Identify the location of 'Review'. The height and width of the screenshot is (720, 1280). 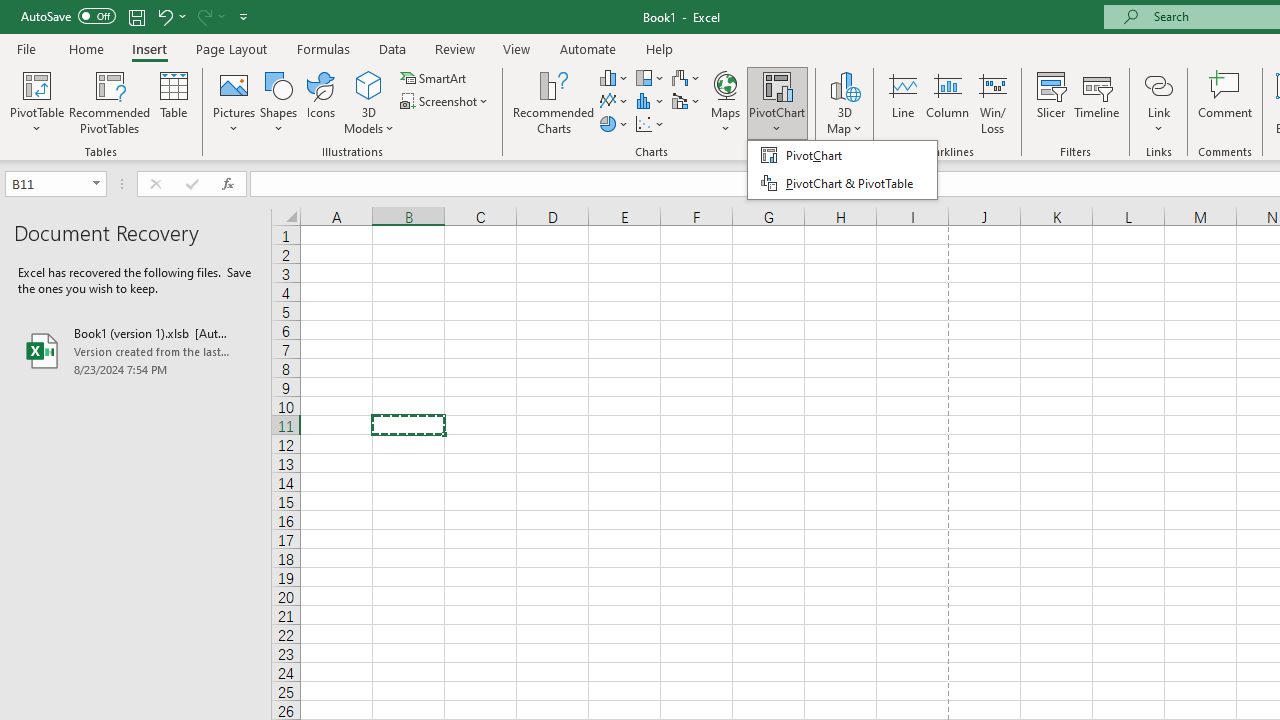
(454, 48).